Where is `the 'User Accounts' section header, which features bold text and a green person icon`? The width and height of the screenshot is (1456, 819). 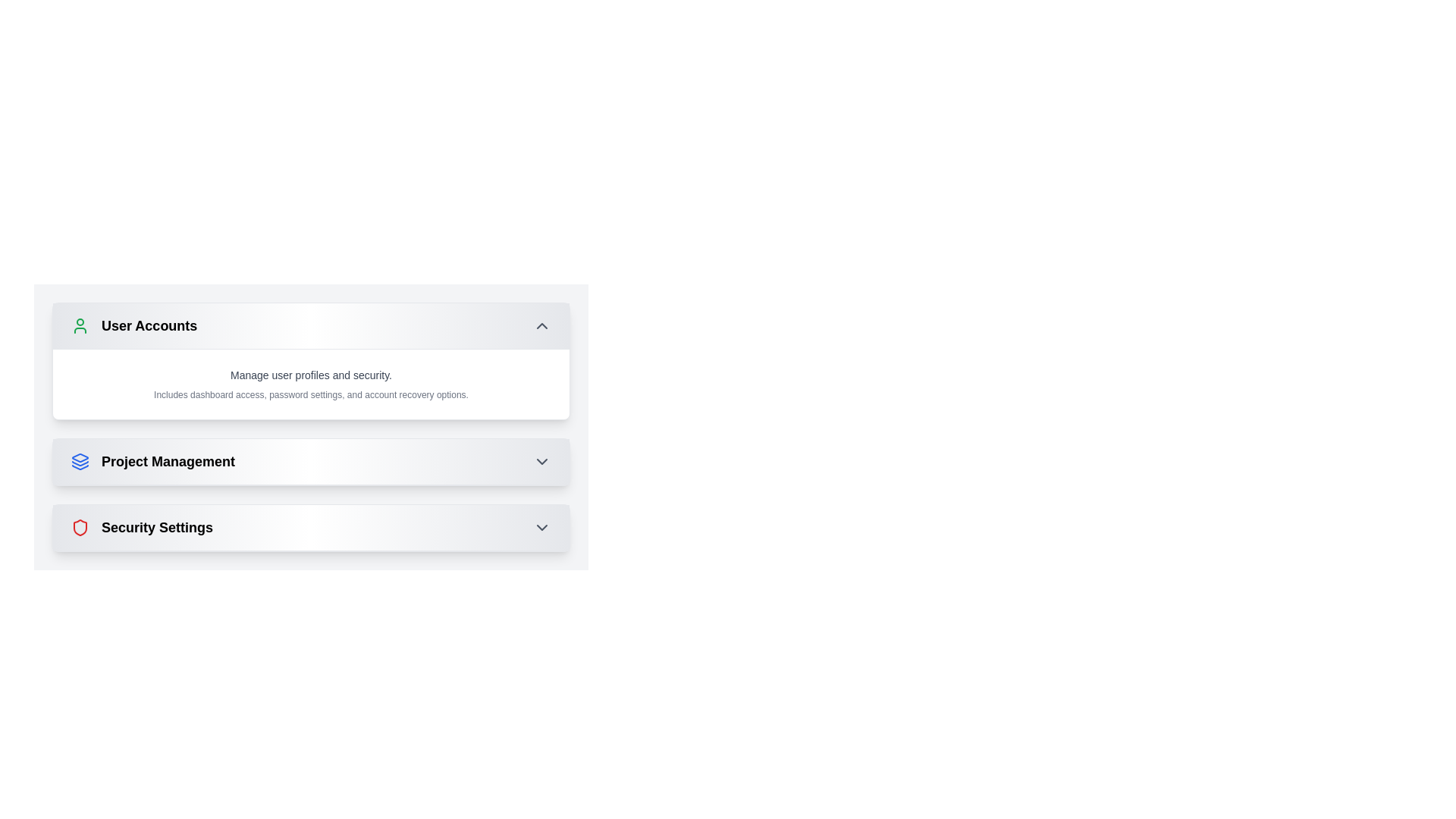 the 'User Accounts' section header, which features bold text and a green person icon is located at coordinates (134, 325).